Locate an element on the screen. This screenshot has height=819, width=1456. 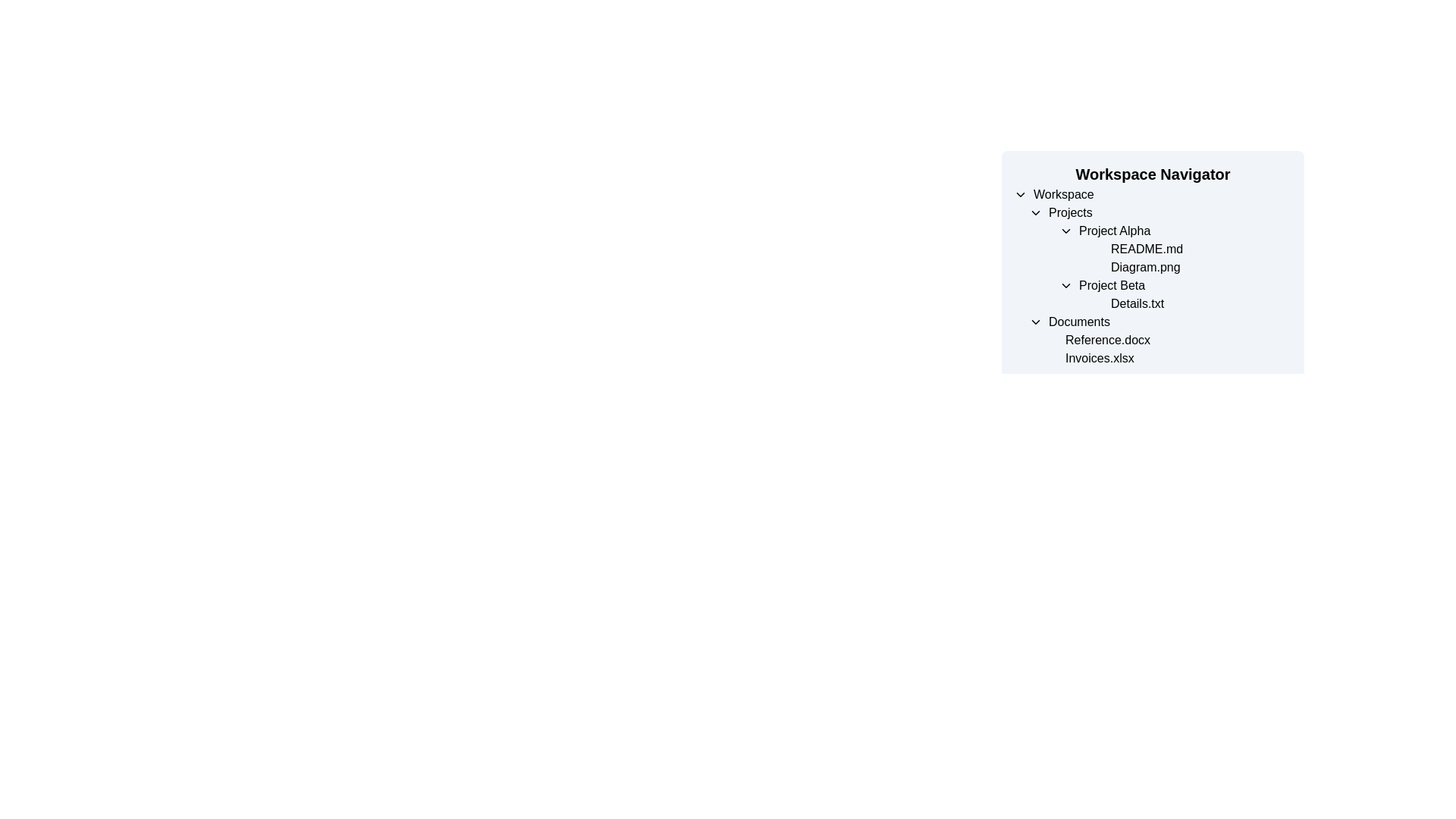
the text label for 'README.md' located under 'Project Alpha' in the 'Workspace Navigator' is located at coordinates (1147, 248).